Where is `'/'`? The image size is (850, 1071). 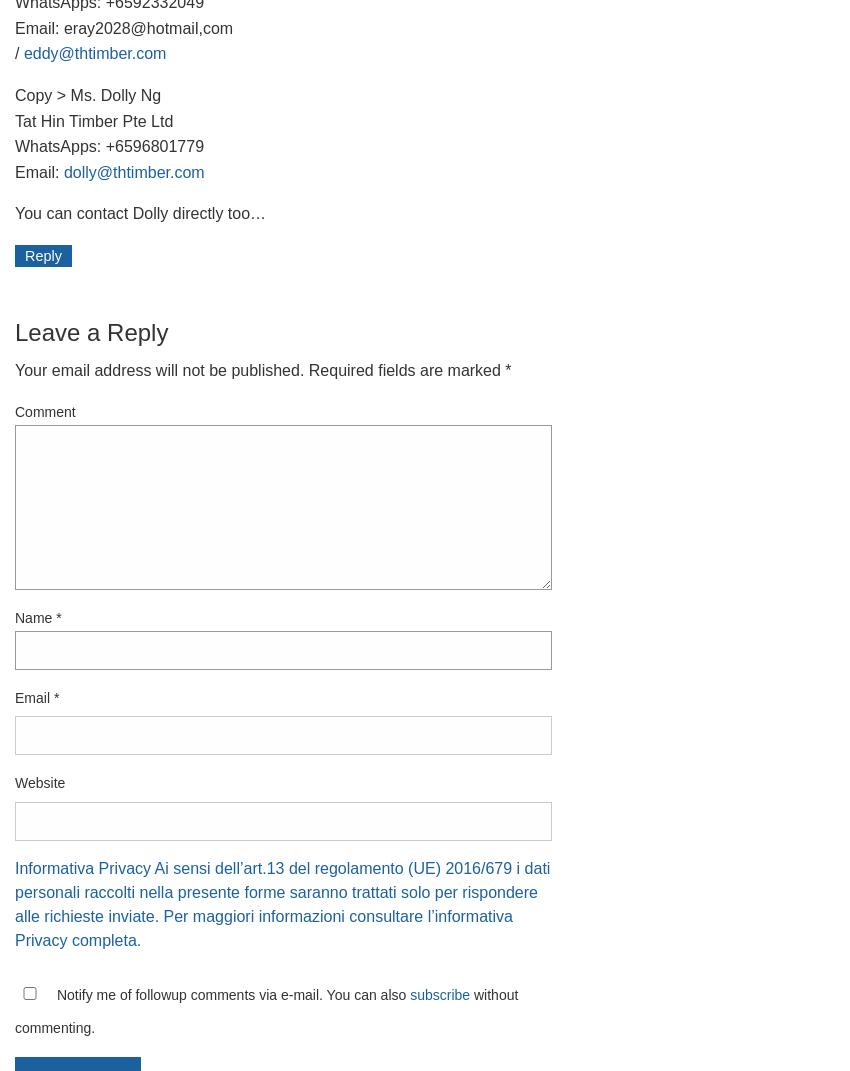 '/' is located at coordinates (18, 52).